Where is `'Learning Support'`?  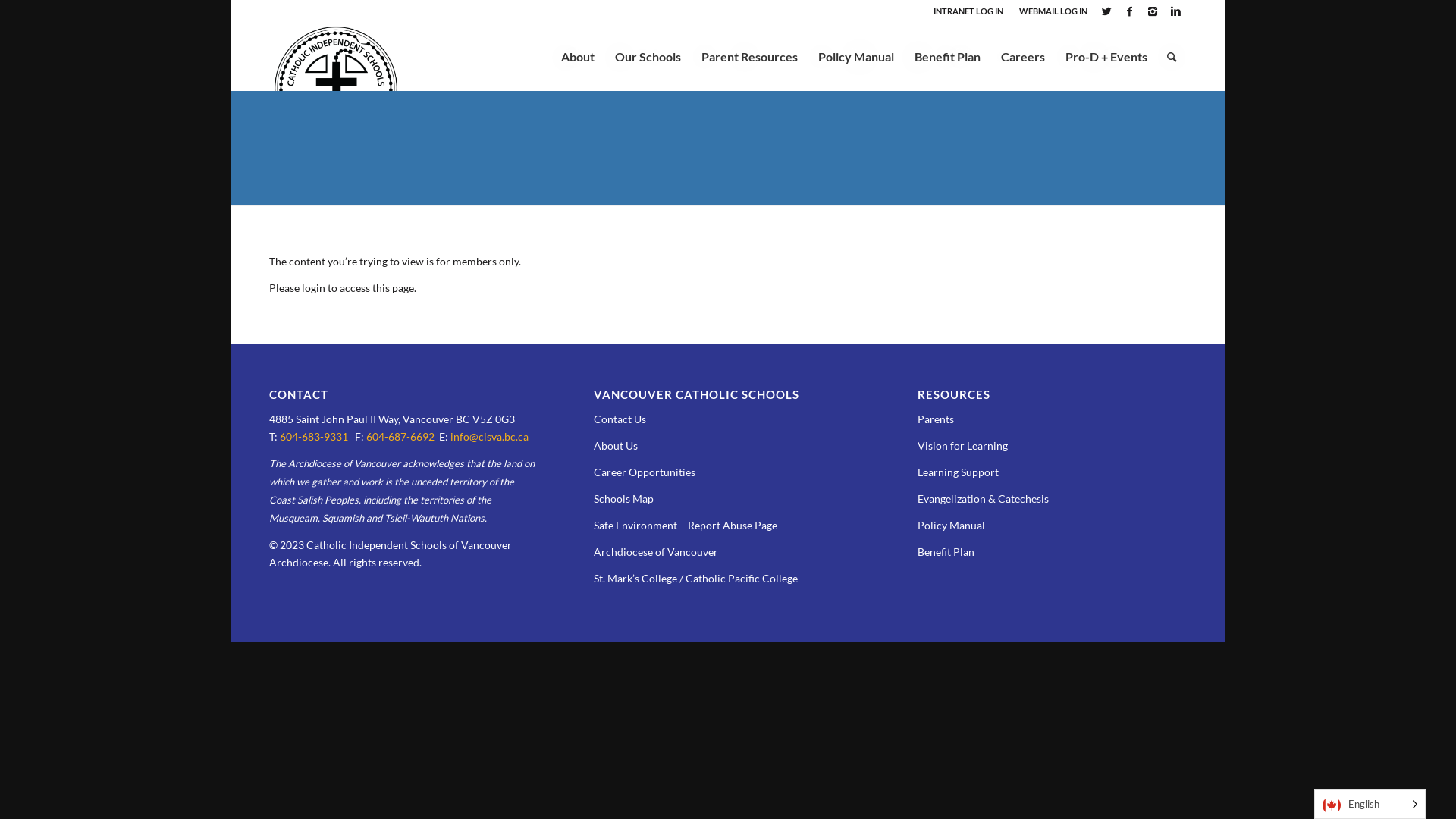 'Learning Support' is located at coordinates (957, 471).